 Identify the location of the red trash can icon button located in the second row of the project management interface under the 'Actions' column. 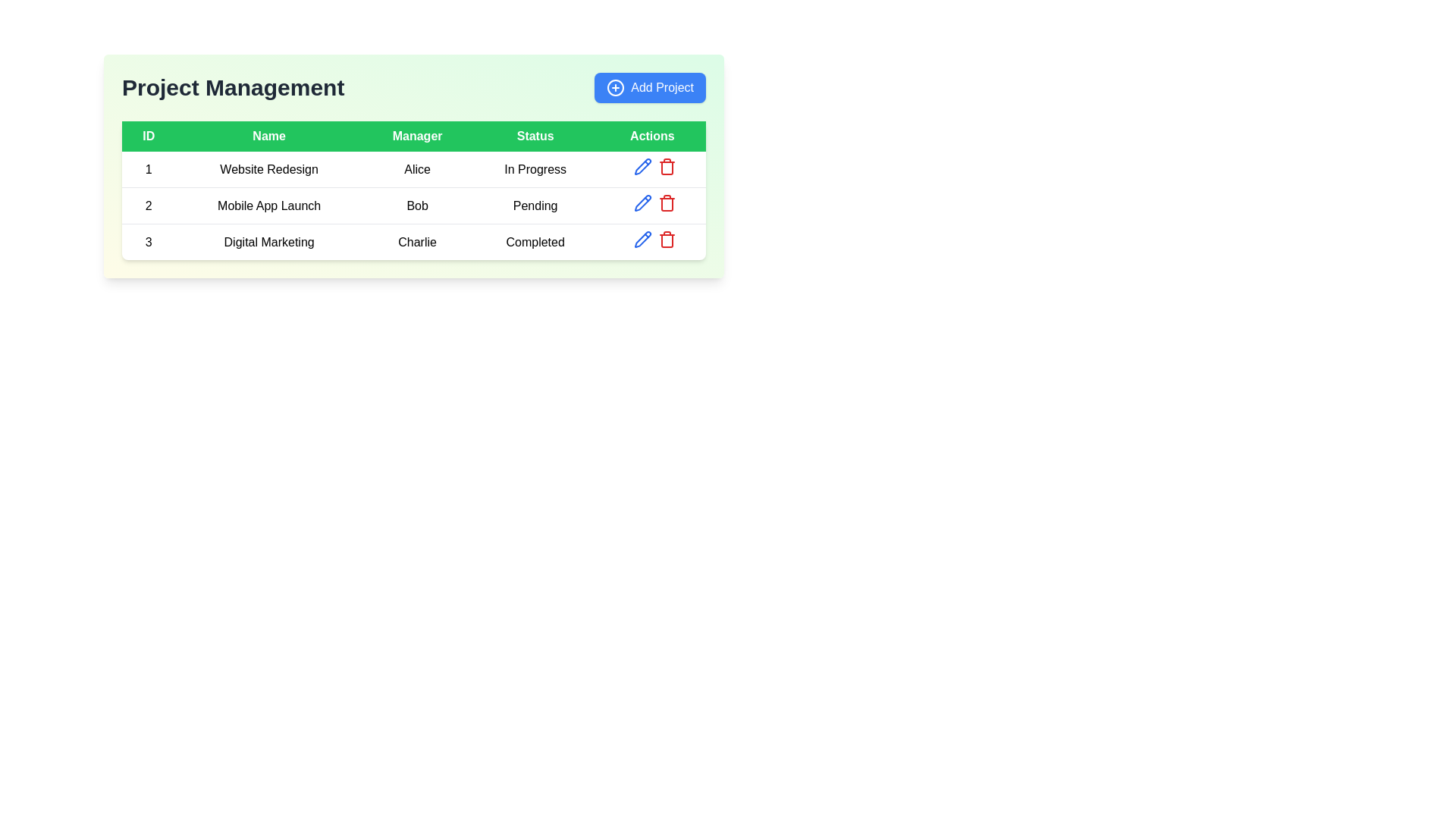
(667, 202).